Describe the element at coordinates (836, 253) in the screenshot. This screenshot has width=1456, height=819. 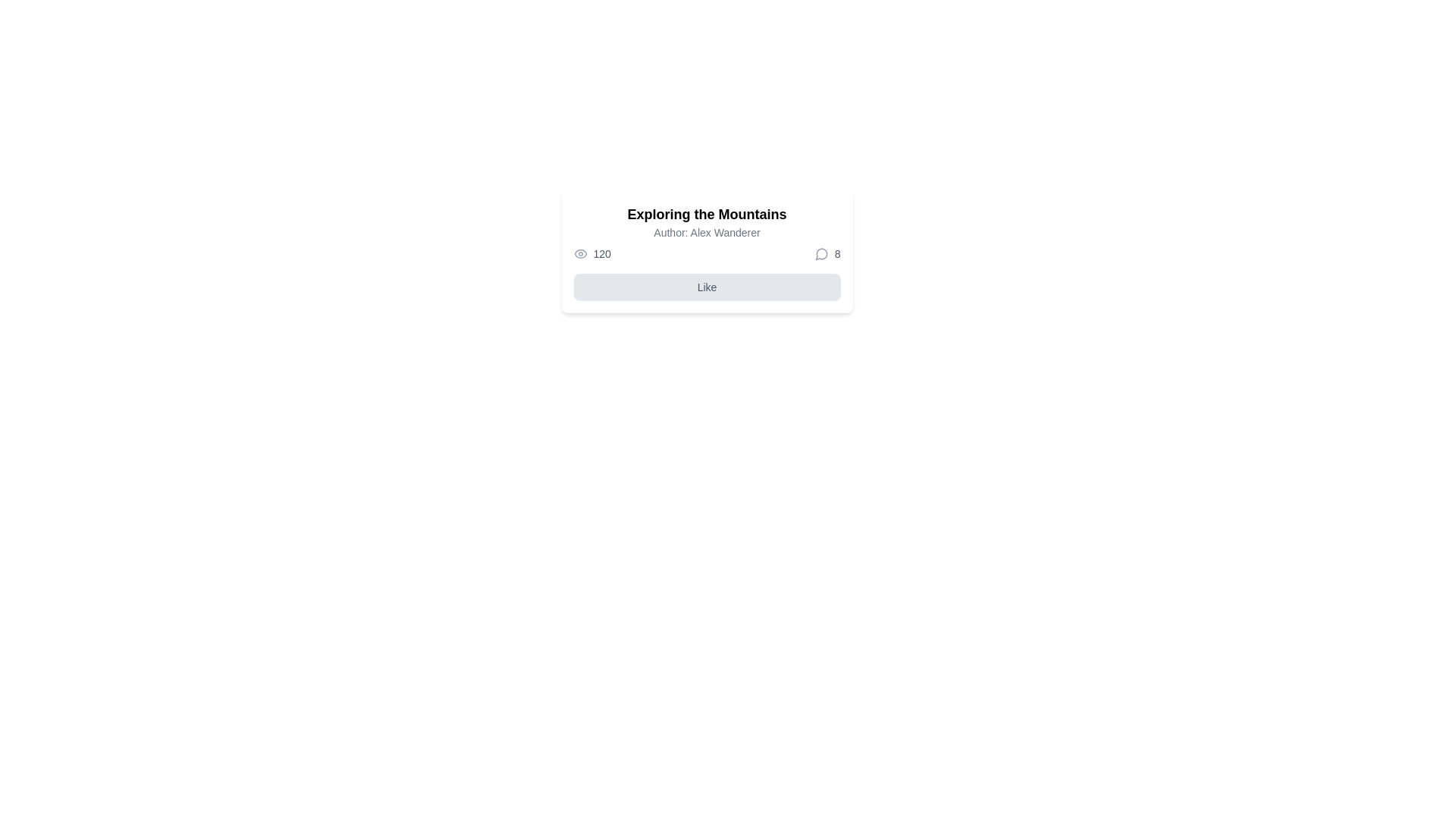
I see `numeric data displayed in the Text Label positioned to the right of the speech-bubble-style icon, which indicates the count of comments or interactions` at that location.